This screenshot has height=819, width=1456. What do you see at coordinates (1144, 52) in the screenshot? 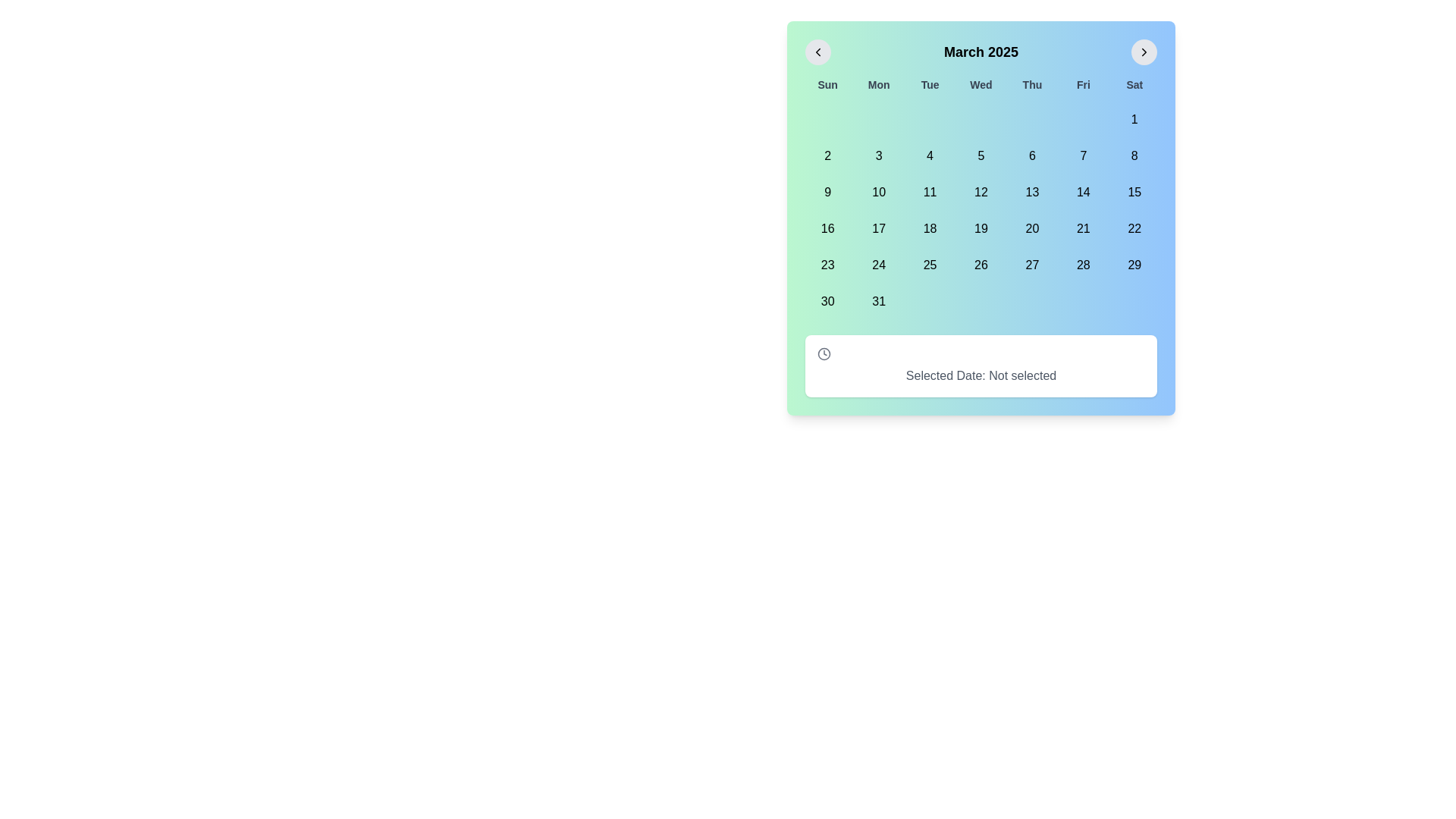
I see `the button located at the top-right corner of the calendar interface` at bounding box center [1144, 52].